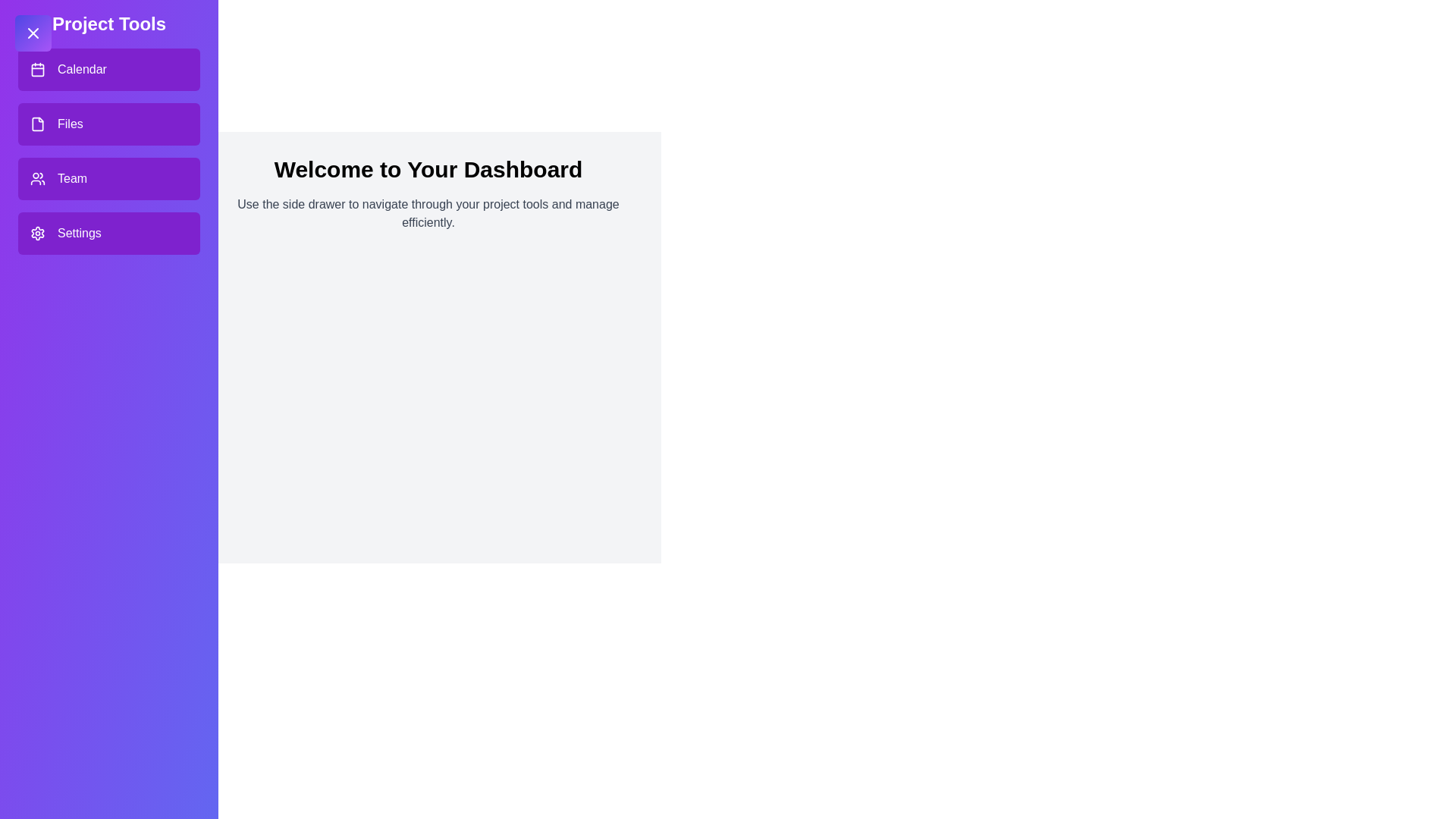 The height and width of the screenshot is (819, 1456). What do you see at coordinates (33, 33) in the screenshot?
I see `toggle button at the top-left corner to toggle the drawer visibility` at bounding box center [33, 33].